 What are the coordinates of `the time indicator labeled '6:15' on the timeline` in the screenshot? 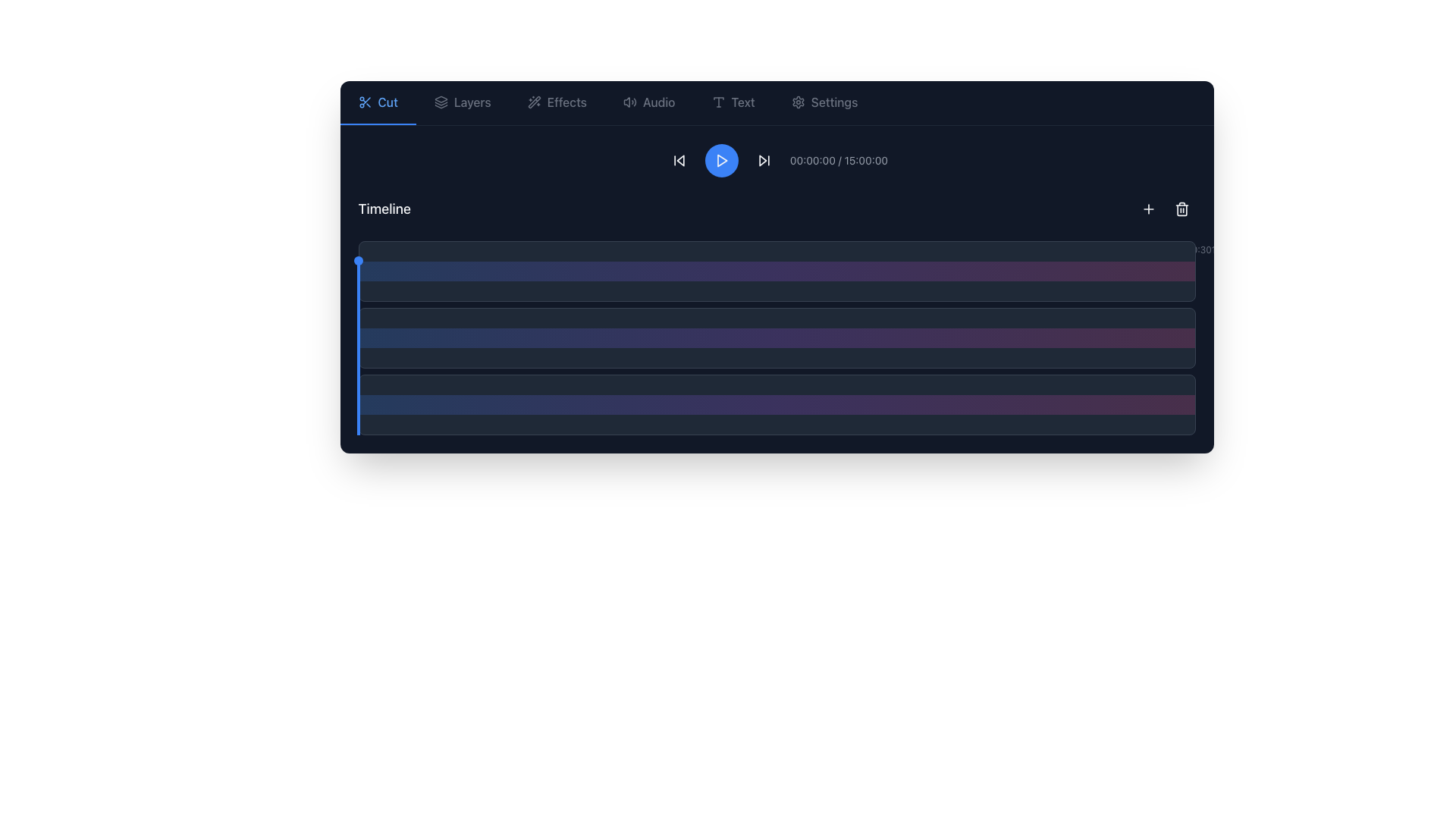 It's located at (860, 249).